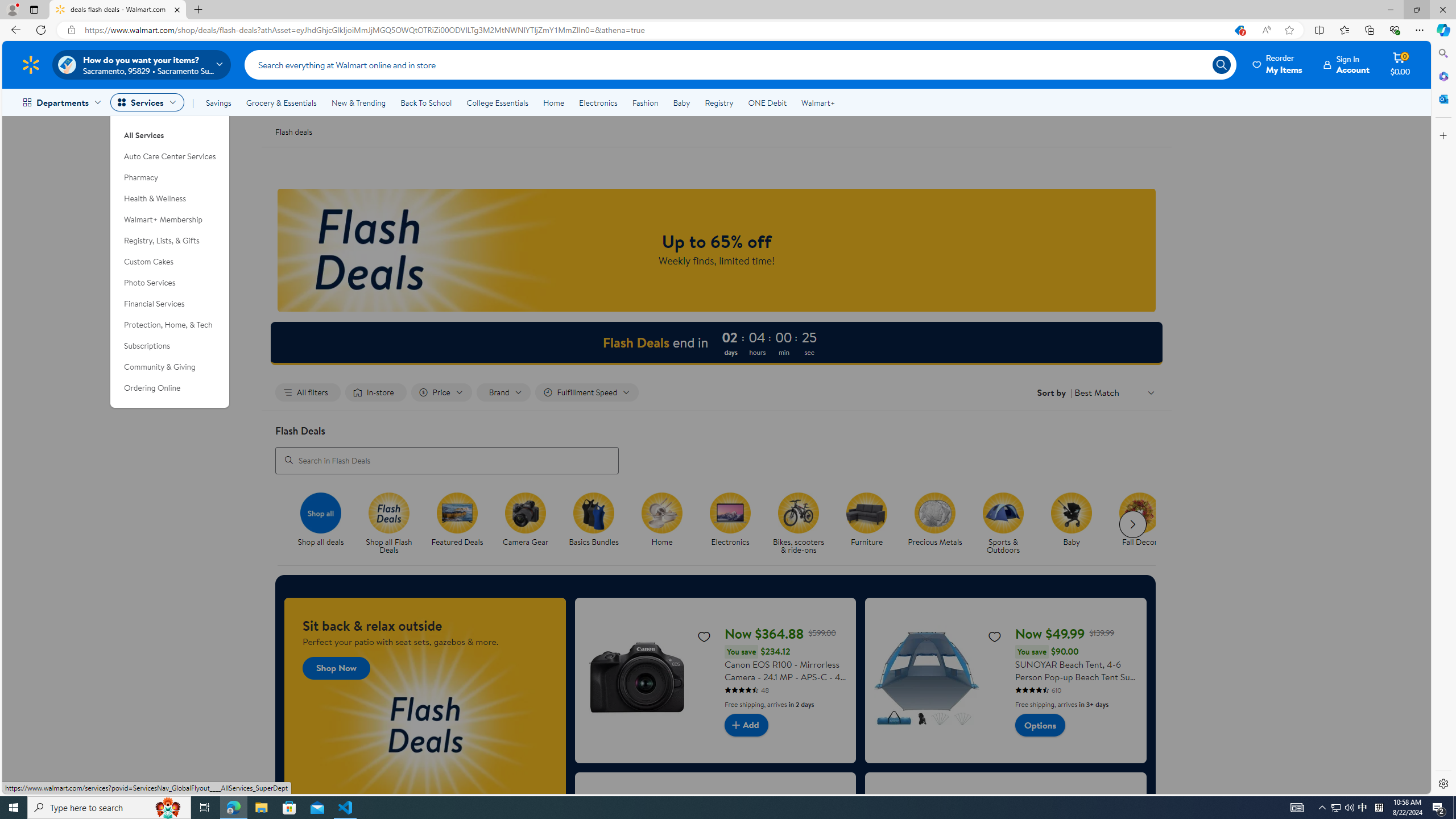  I want to click on 'Featured Deals', so click(457, 512).